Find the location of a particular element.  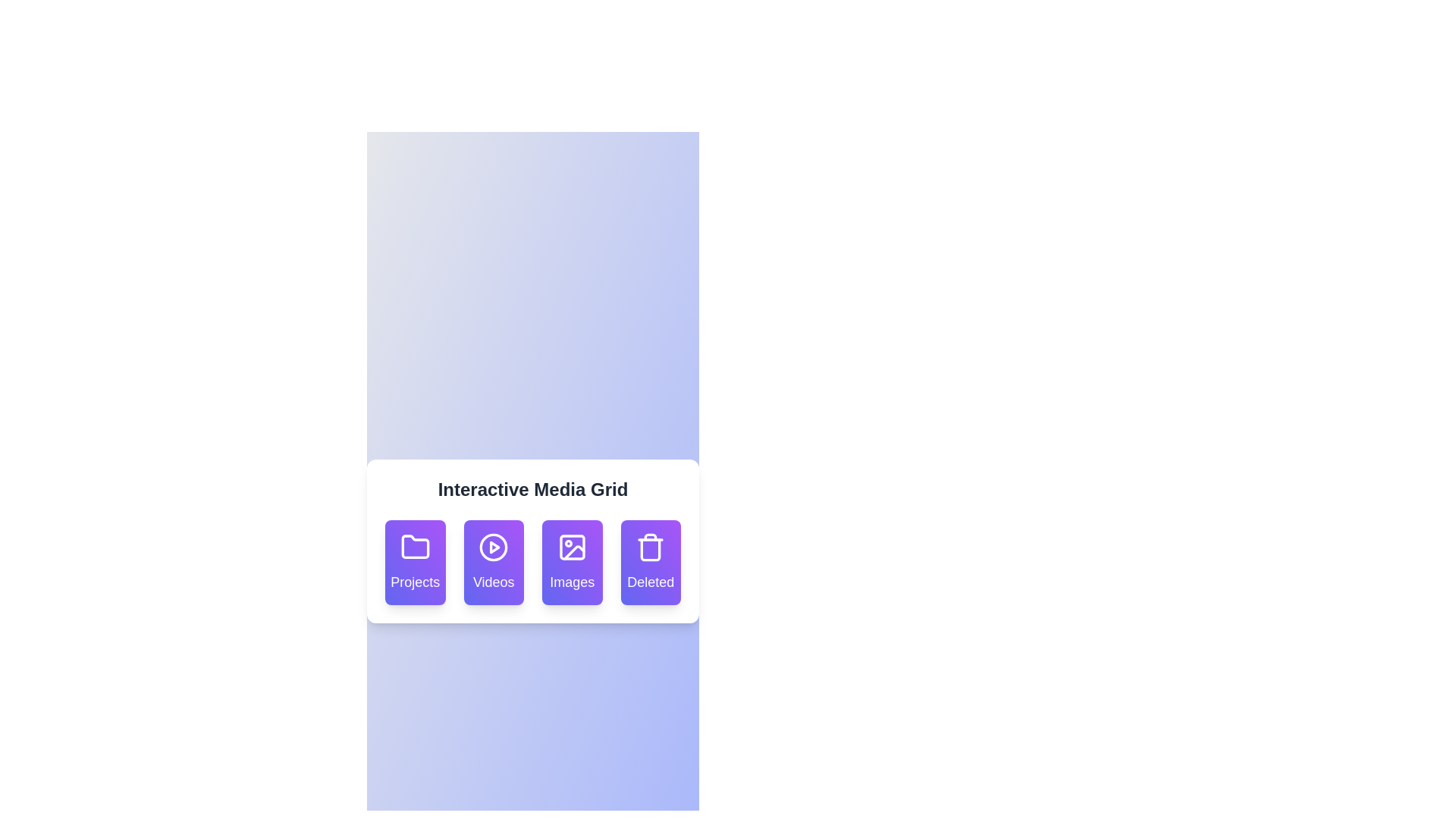

text of the 'Videos' label located underneath the play button icon in the second purple-themed card of the 'Interactive Media Grid' is located at coordinates (494, 581).